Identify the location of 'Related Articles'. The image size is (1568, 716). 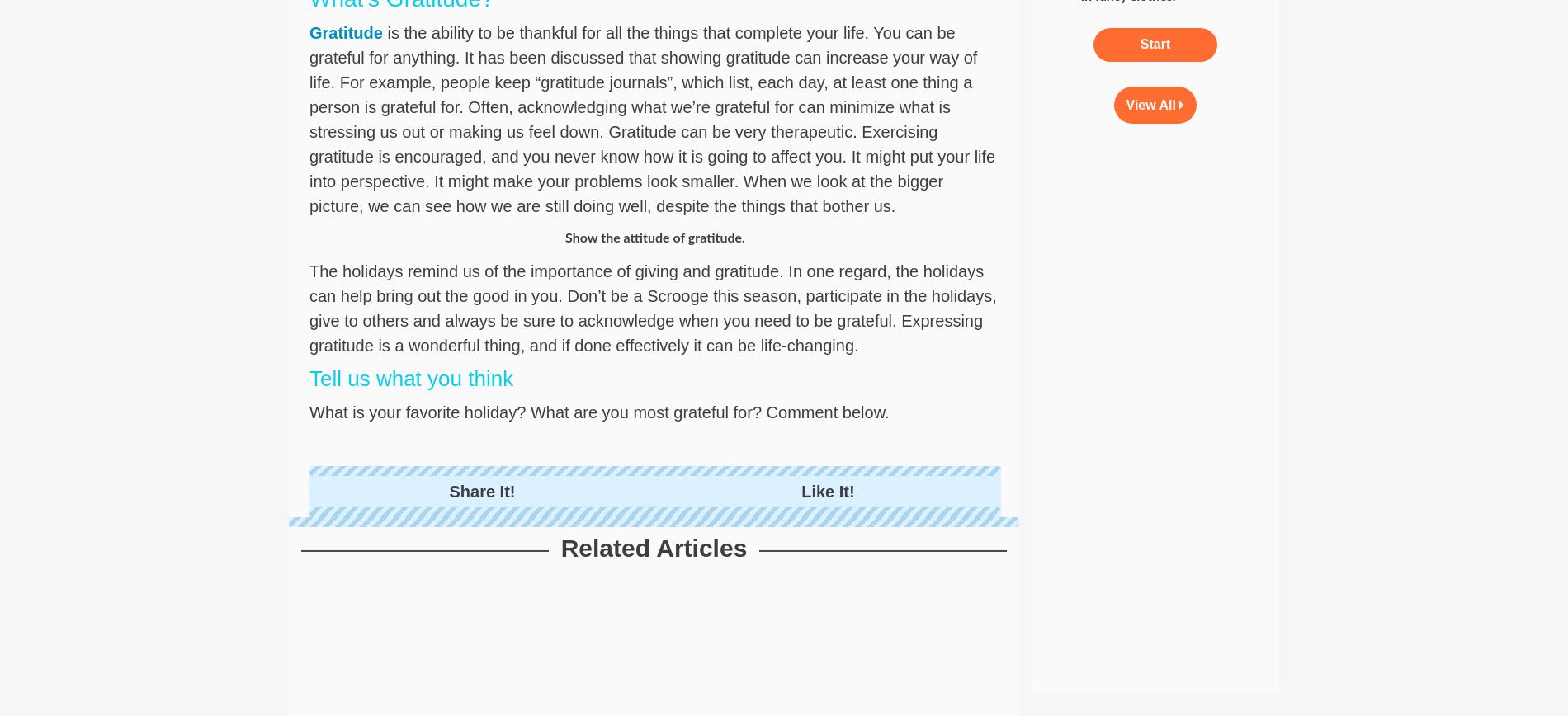
(560, 548).